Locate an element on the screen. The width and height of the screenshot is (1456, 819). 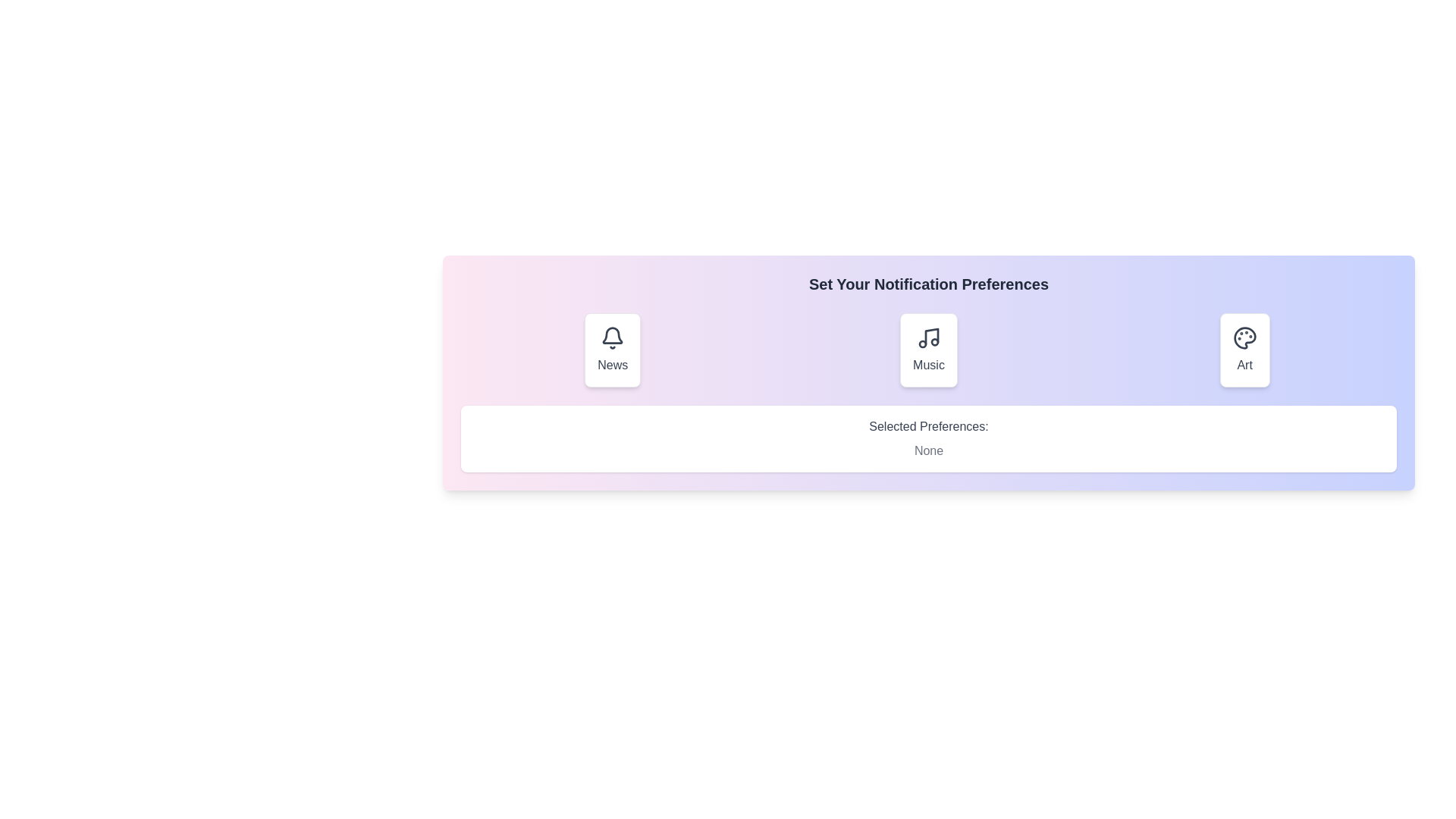
the 'Music' text label located at the bottom of the music card, which is displayed in a sans-serif font is located at coordinates (927, 366).